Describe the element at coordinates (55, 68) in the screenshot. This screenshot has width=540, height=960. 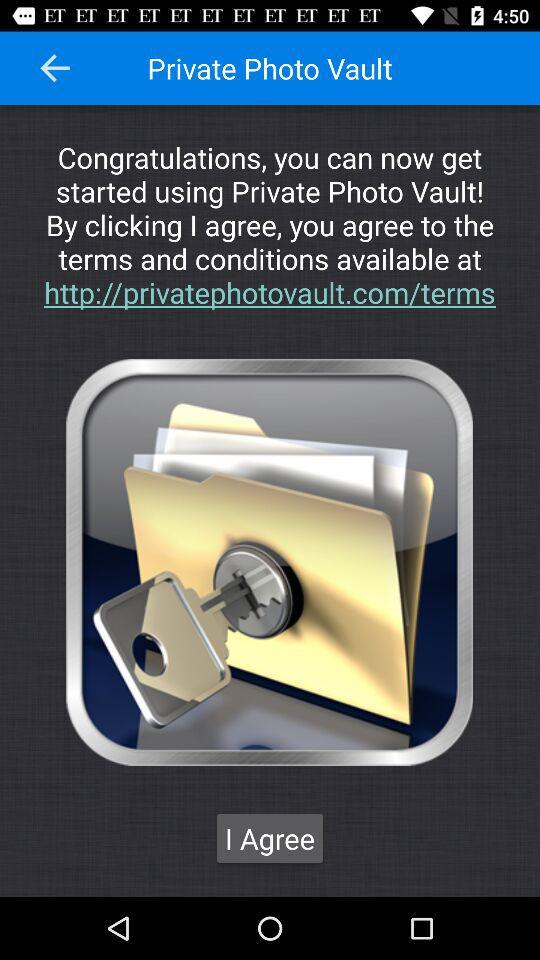
I see `go back` at that location.